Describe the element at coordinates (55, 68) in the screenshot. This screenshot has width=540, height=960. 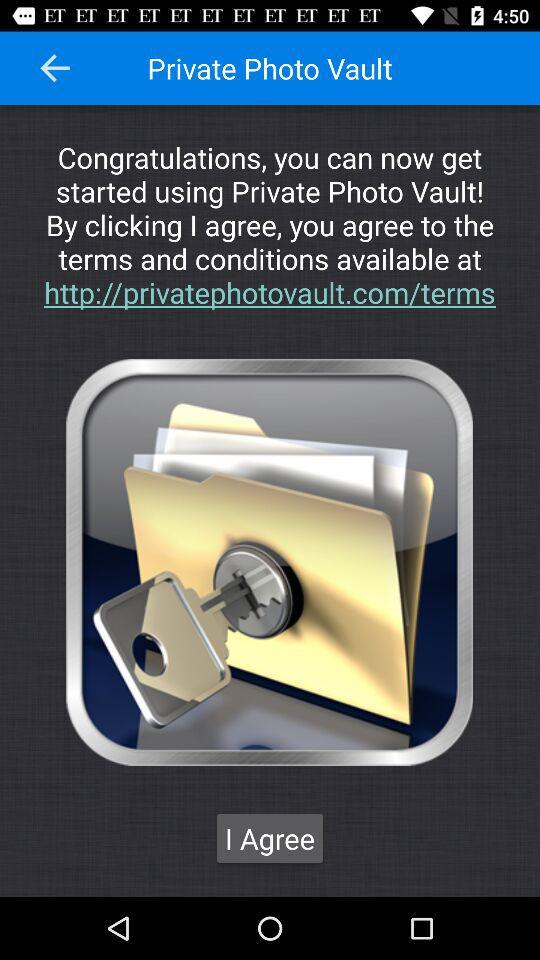
I see `go back` at that location.